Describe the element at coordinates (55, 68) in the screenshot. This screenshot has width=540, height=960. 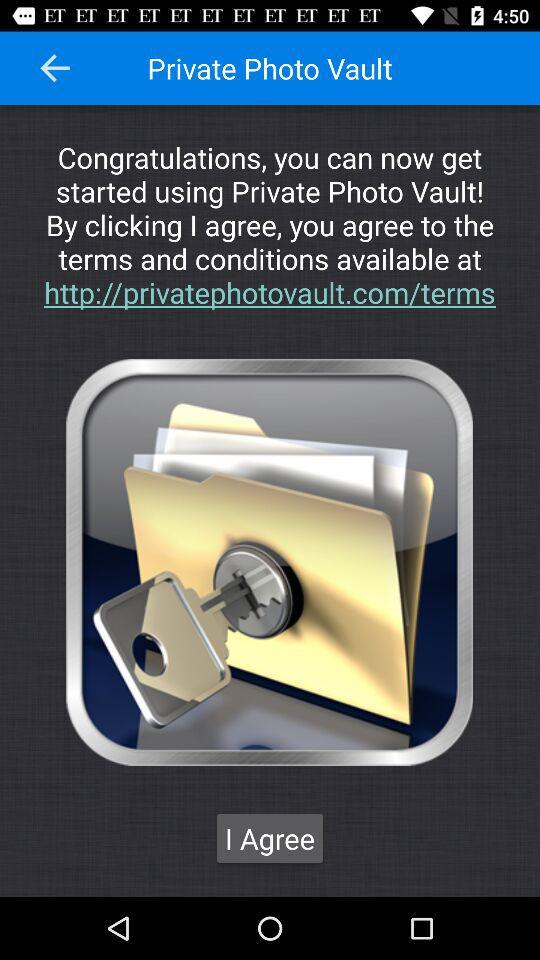
I see `go back` at that location.